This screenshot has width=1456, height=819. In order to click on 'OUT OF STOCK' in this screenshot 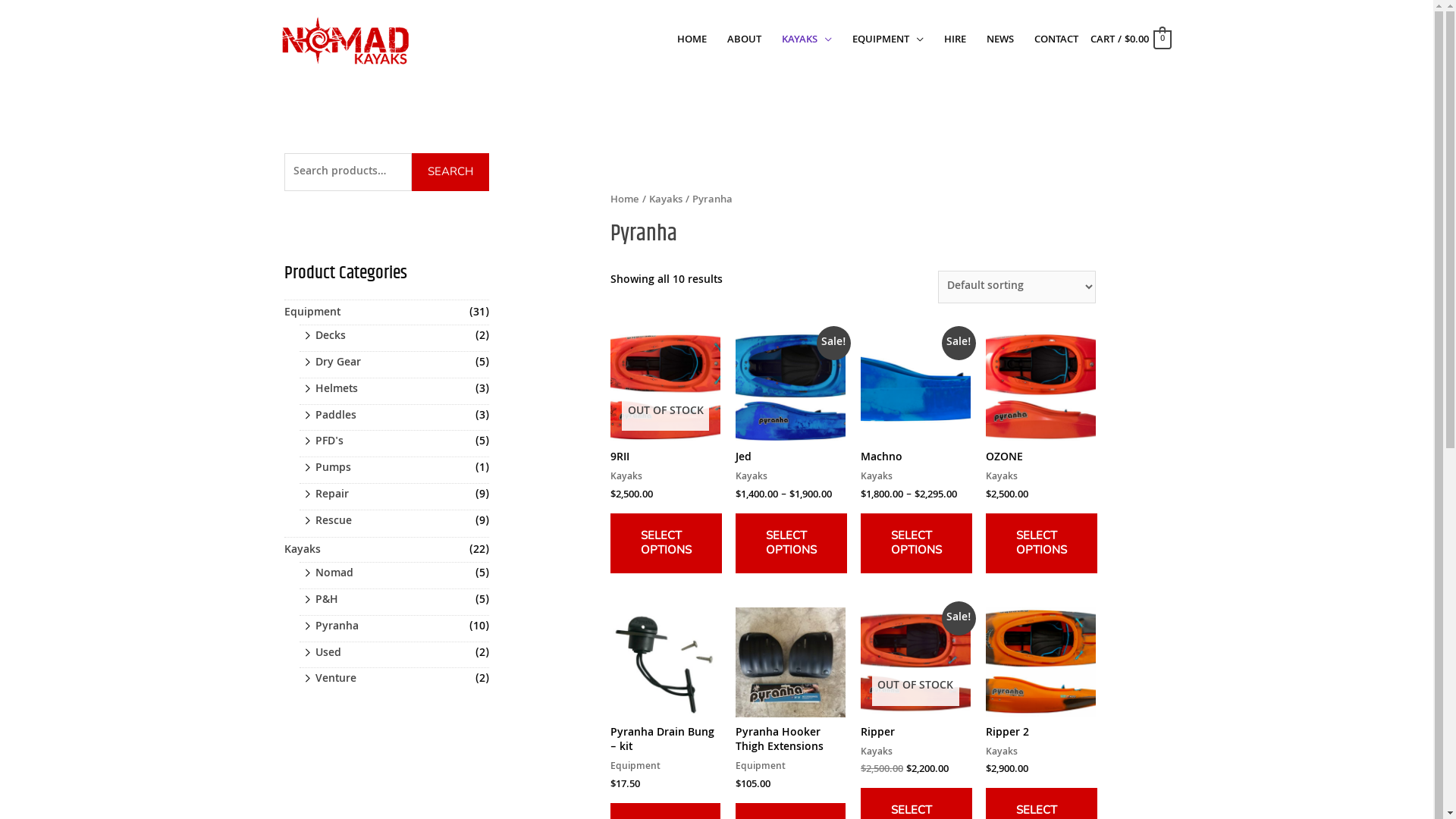, I will do `click(610, 386)`.